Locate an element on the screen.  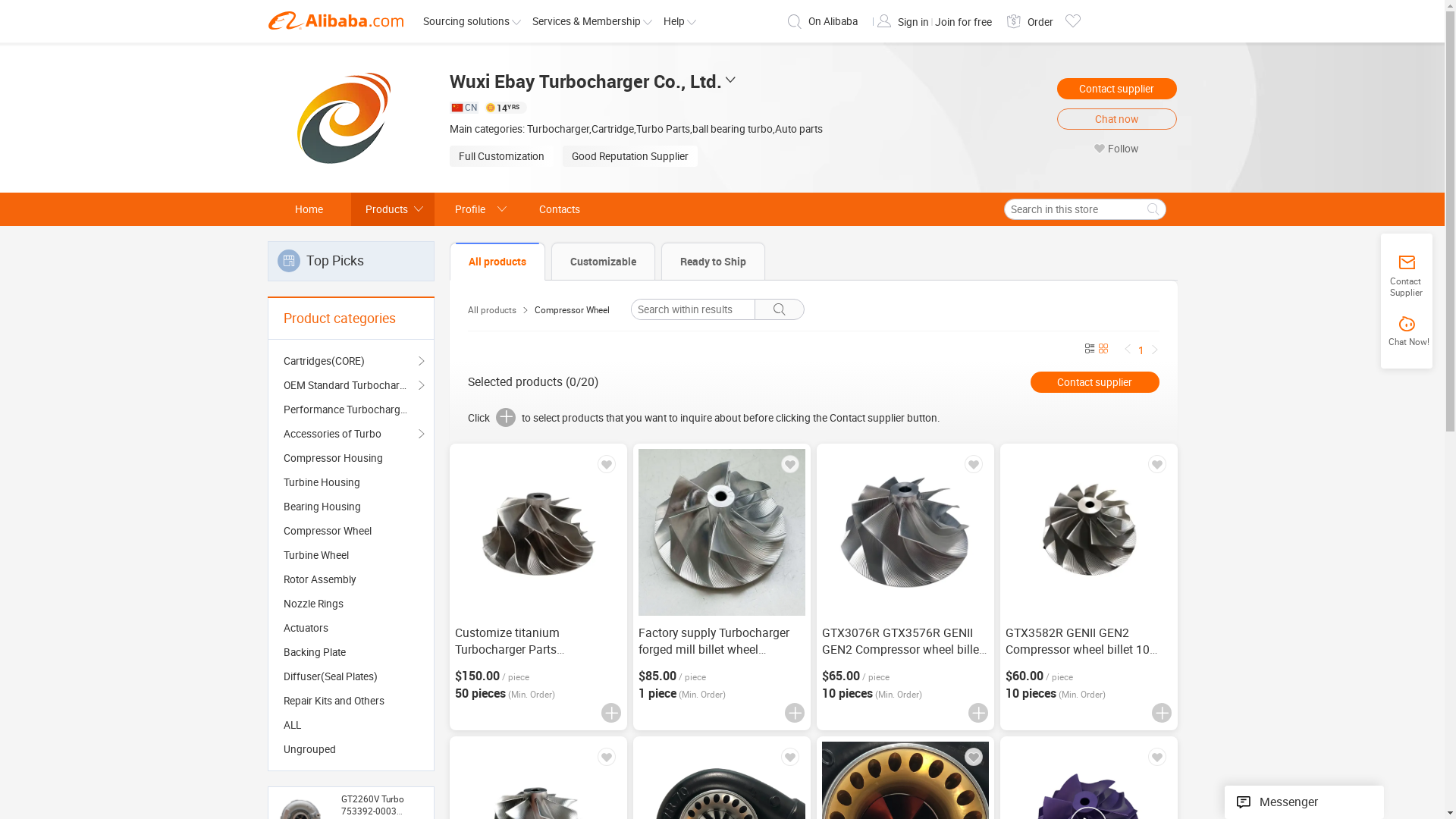
'Products' is located at coordinates (392, 209).